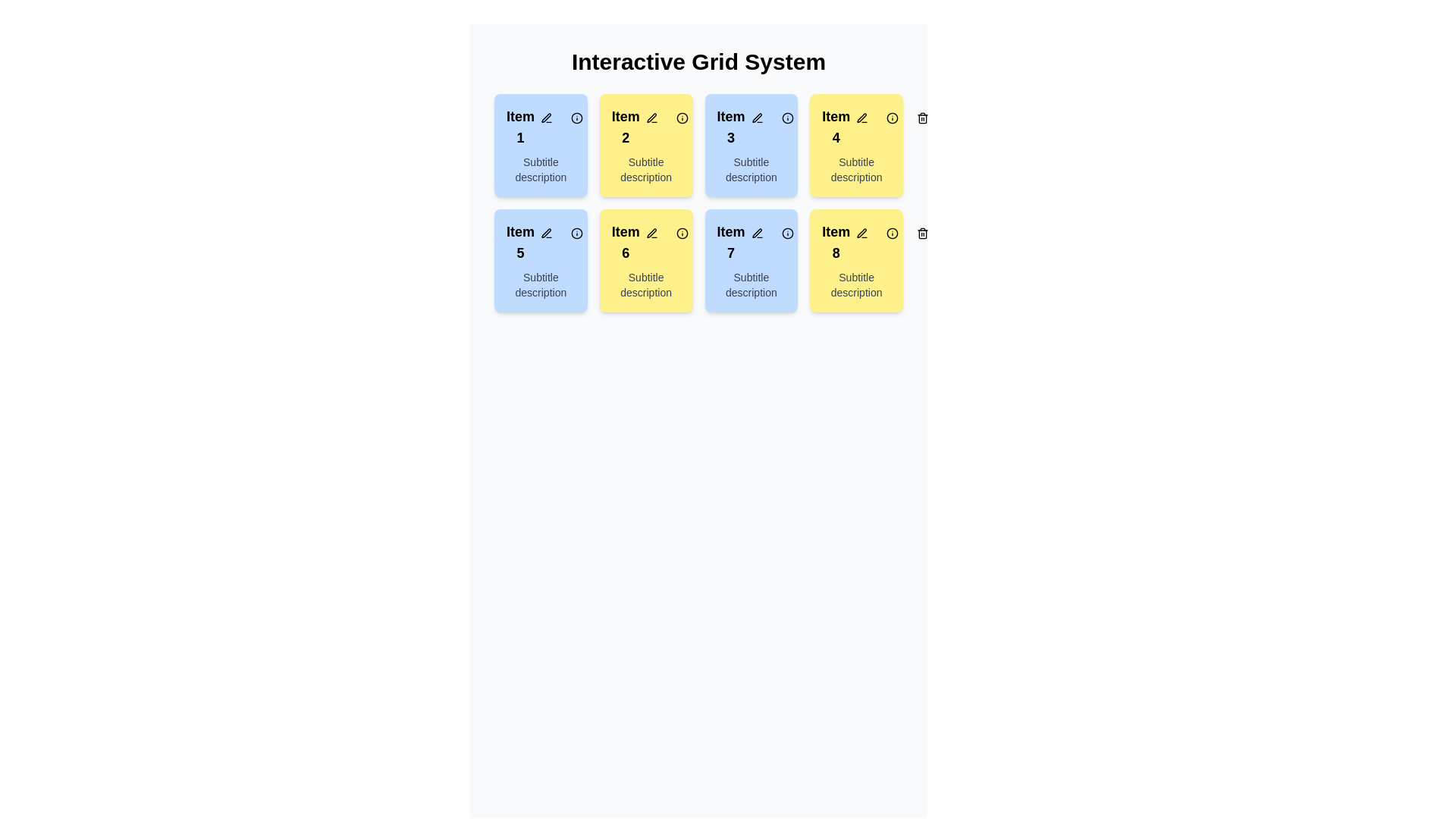 The width and height of the screenshot is (1456, 819). What do you see at coordinates (576, 117) in the screenshot?
I see `the information icon, which is a circular icon with an 'i' in its center, located in the top-right corner of the 'Item 1' card, adjacent to the edit icon` at bounding box center [576, 117].